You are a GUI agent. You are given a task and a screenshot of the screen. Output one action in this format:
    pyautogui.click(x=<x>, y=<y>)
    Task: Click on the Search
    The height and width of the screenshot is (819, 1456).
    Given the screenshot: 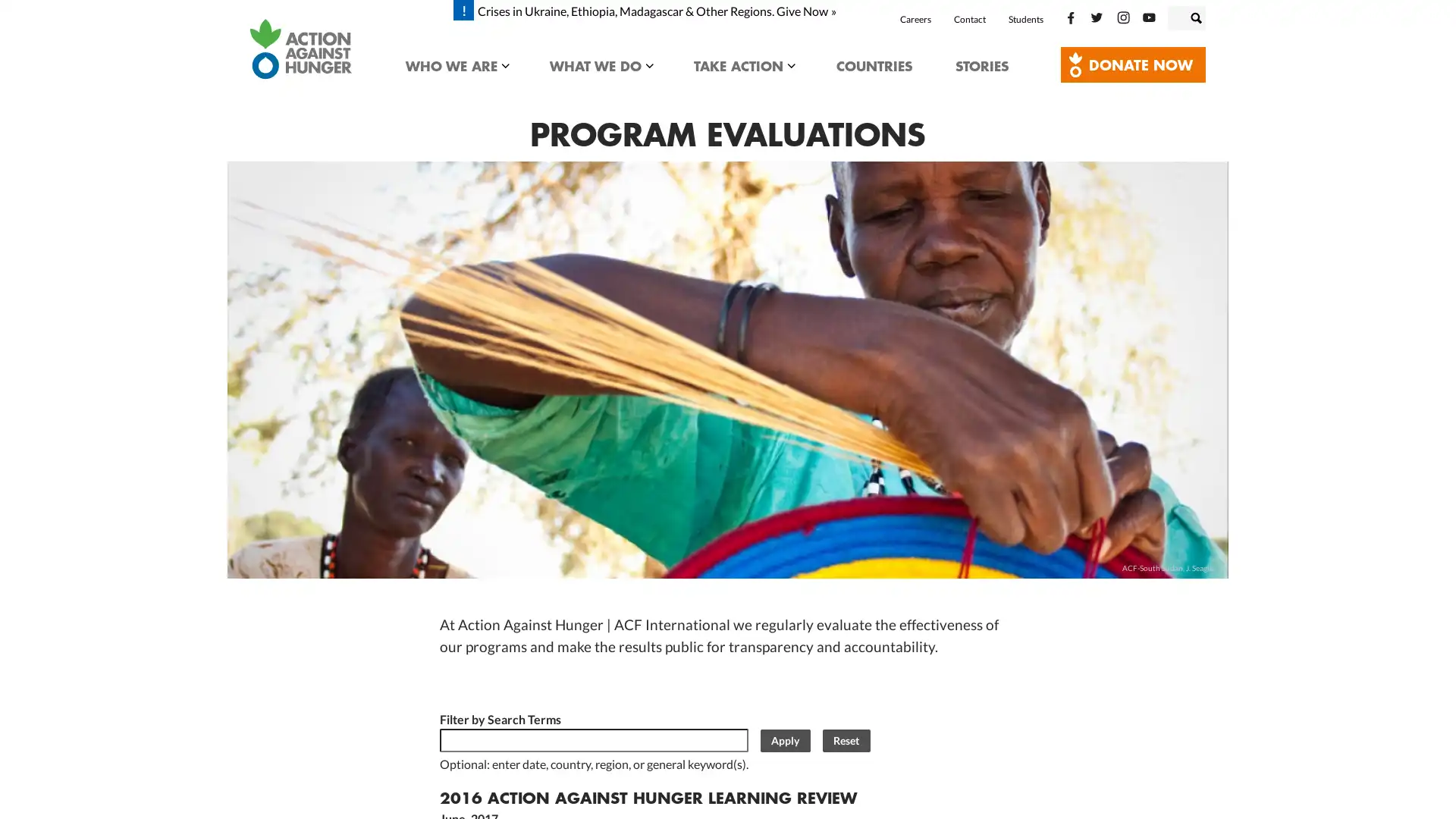 What is the action you would take?
    pyautogui.click(x=1211, y=14)
    